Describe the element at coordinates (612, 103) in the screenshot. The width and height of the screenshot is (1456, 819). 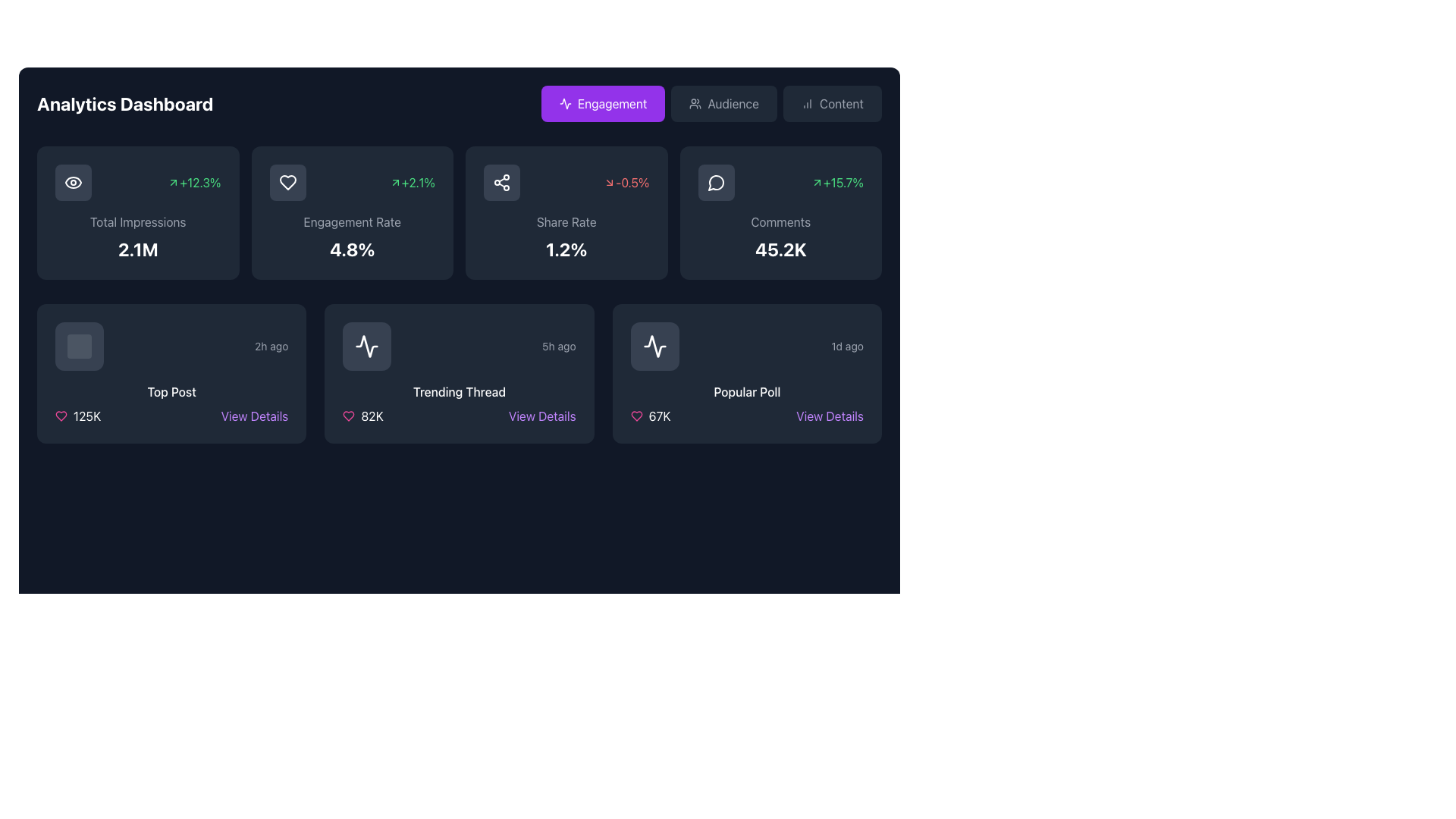
I see `the 'Engagement' button which contains the textual label indicating its functionality` at that location.